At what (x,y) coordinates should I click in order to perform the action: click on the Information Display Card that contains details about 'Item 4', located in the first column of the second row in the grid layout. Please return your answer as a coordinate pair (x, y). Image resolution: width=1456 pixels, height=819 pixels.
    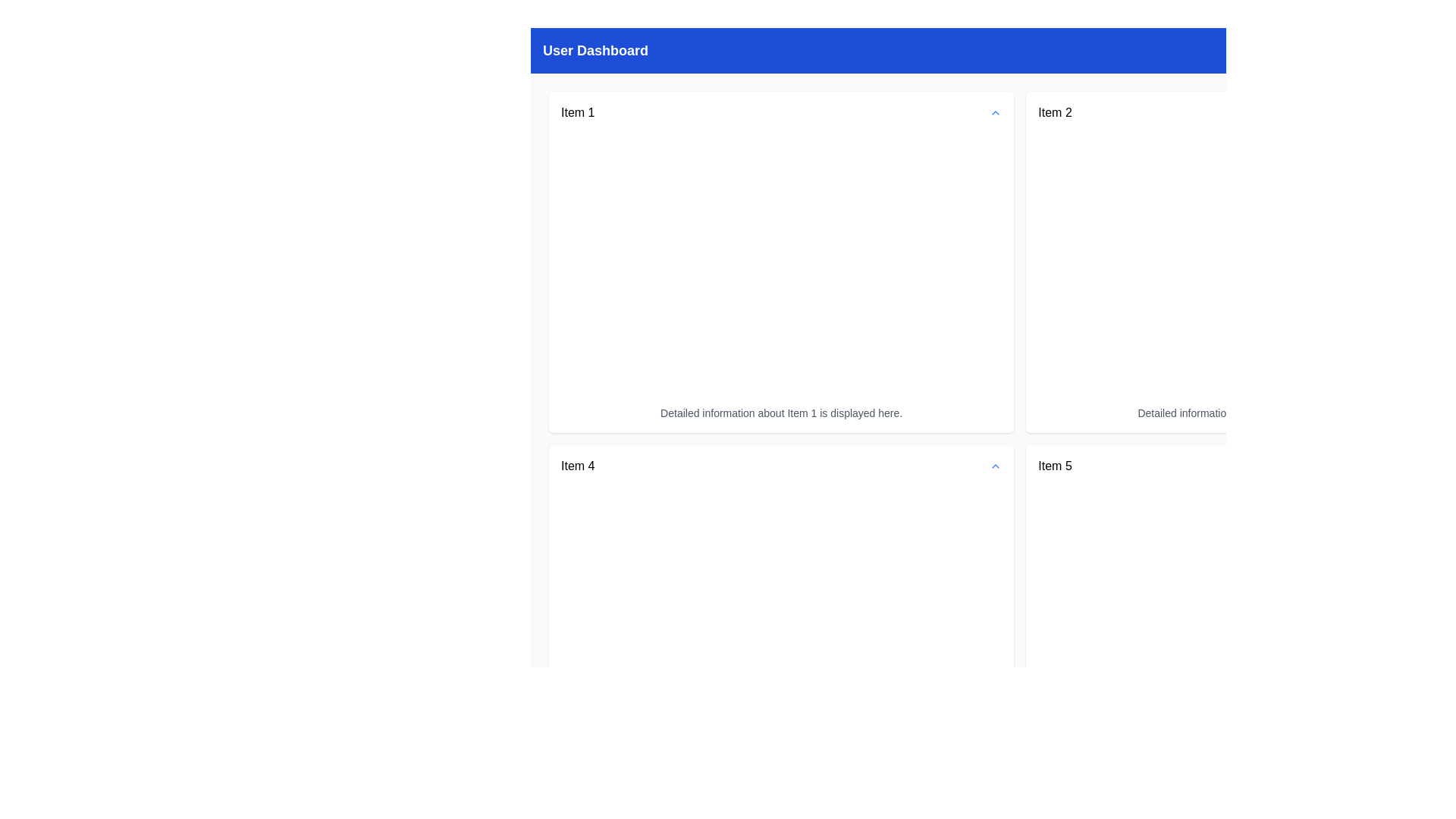
    Looking at the image, I should click on (781, 616).